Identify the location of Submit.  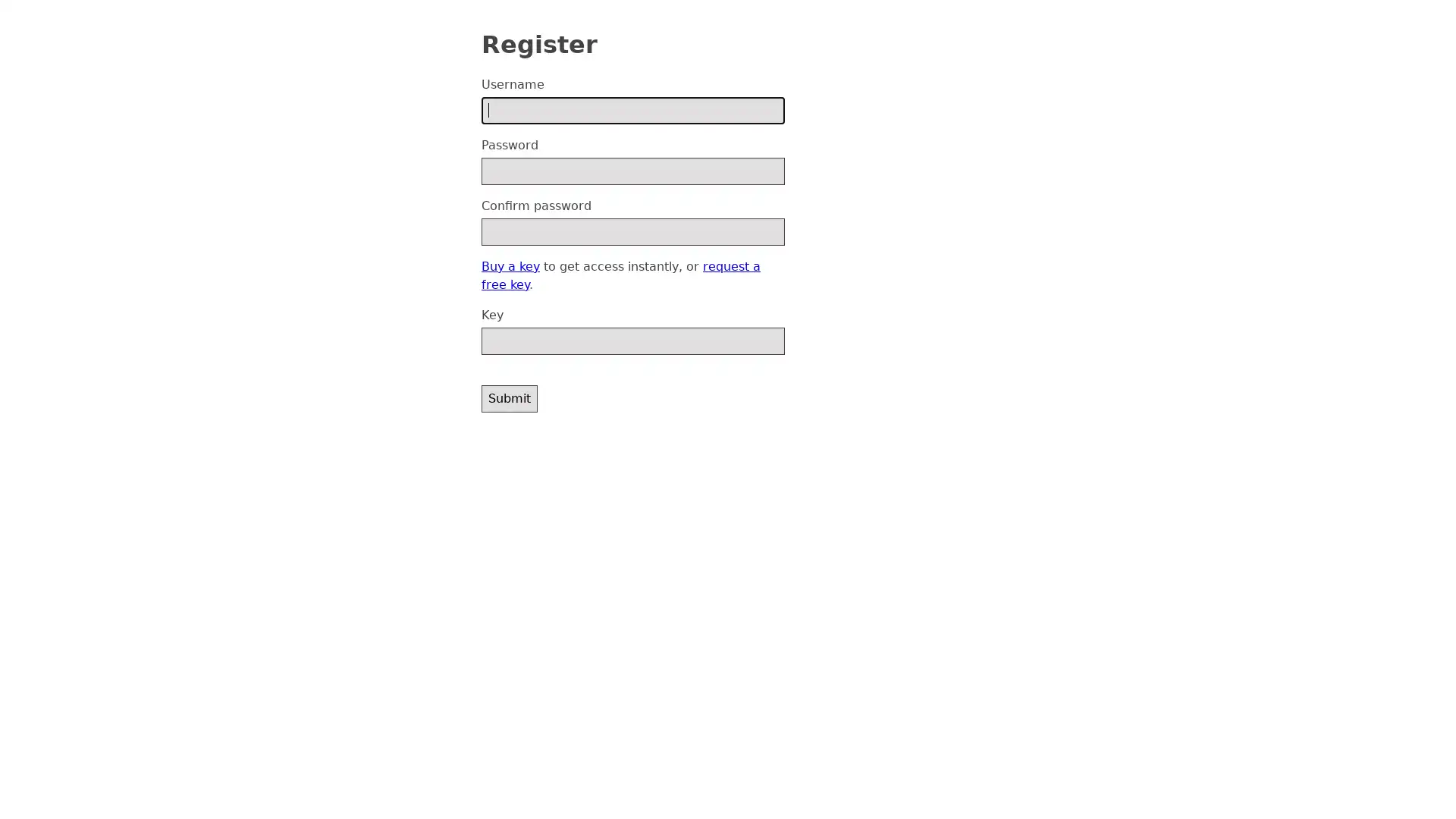
(510, 397).